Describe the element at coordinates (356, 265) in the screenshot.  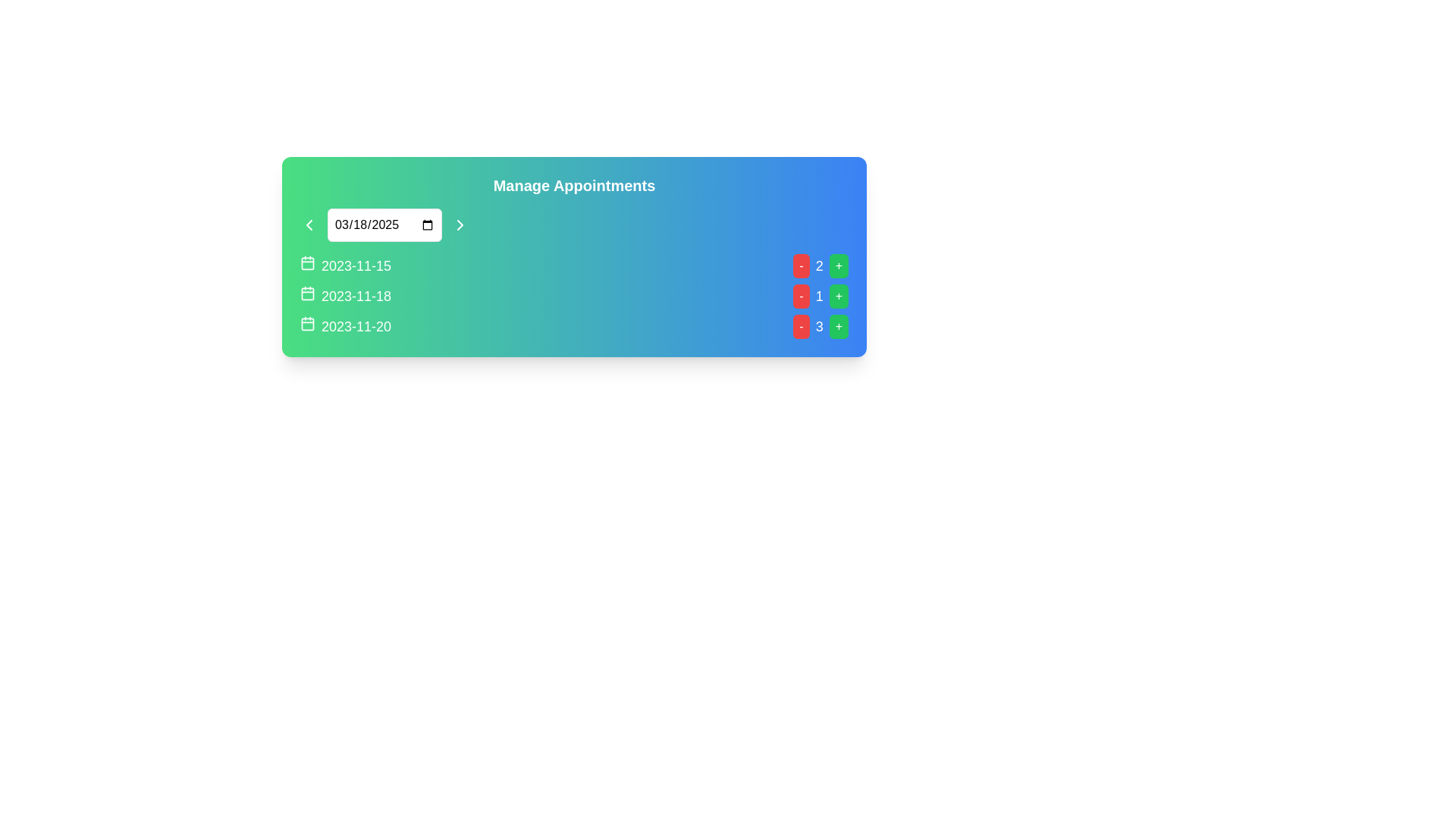
I see `the text label displaying the date '2023-11-15', which is positioned in the upper left section of the interface within a green background block and adjacent to a calendar icon` at that location.